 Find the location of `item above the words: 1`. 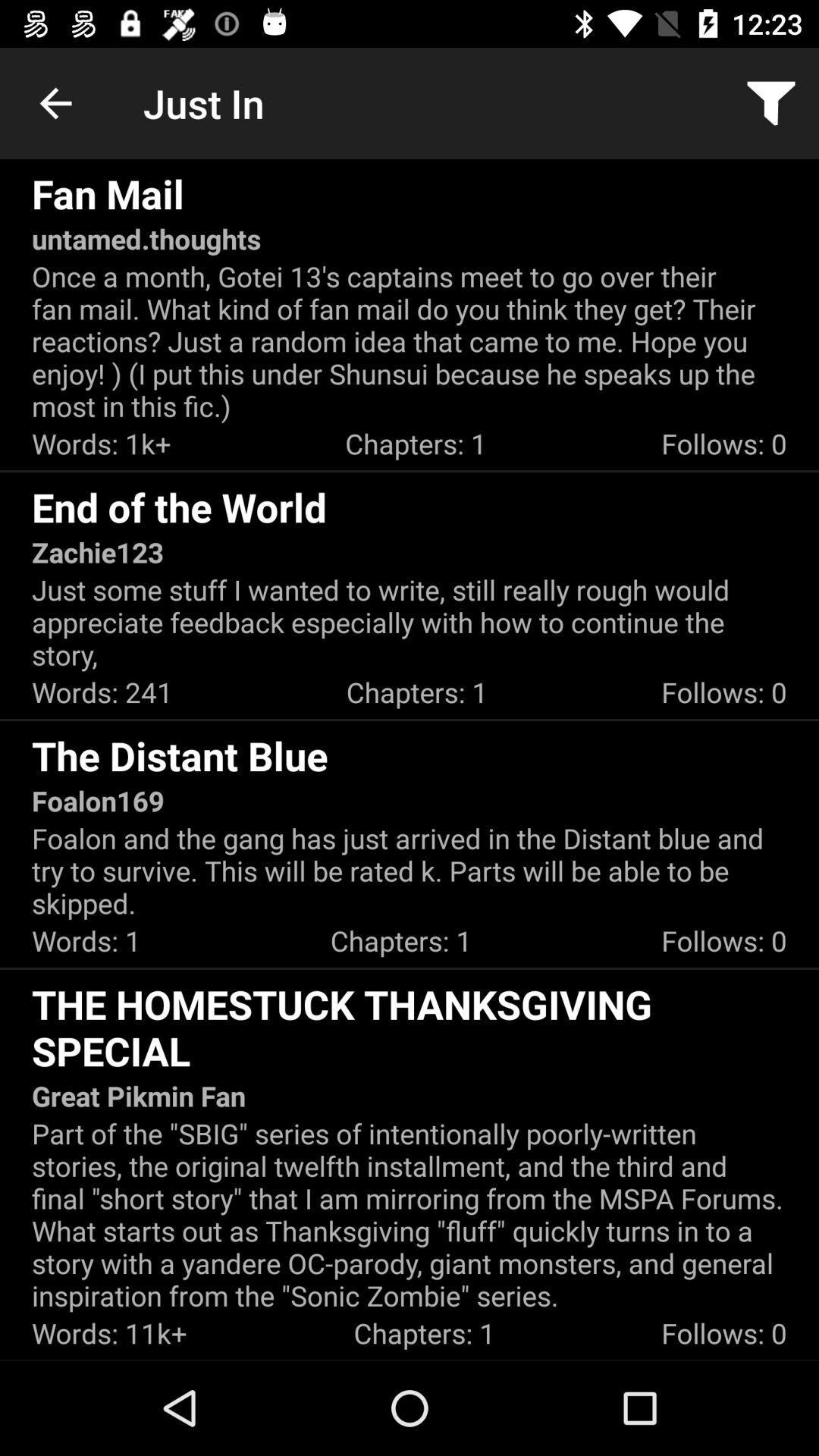

item above the words: 1 is located at coordinates (409, 871).